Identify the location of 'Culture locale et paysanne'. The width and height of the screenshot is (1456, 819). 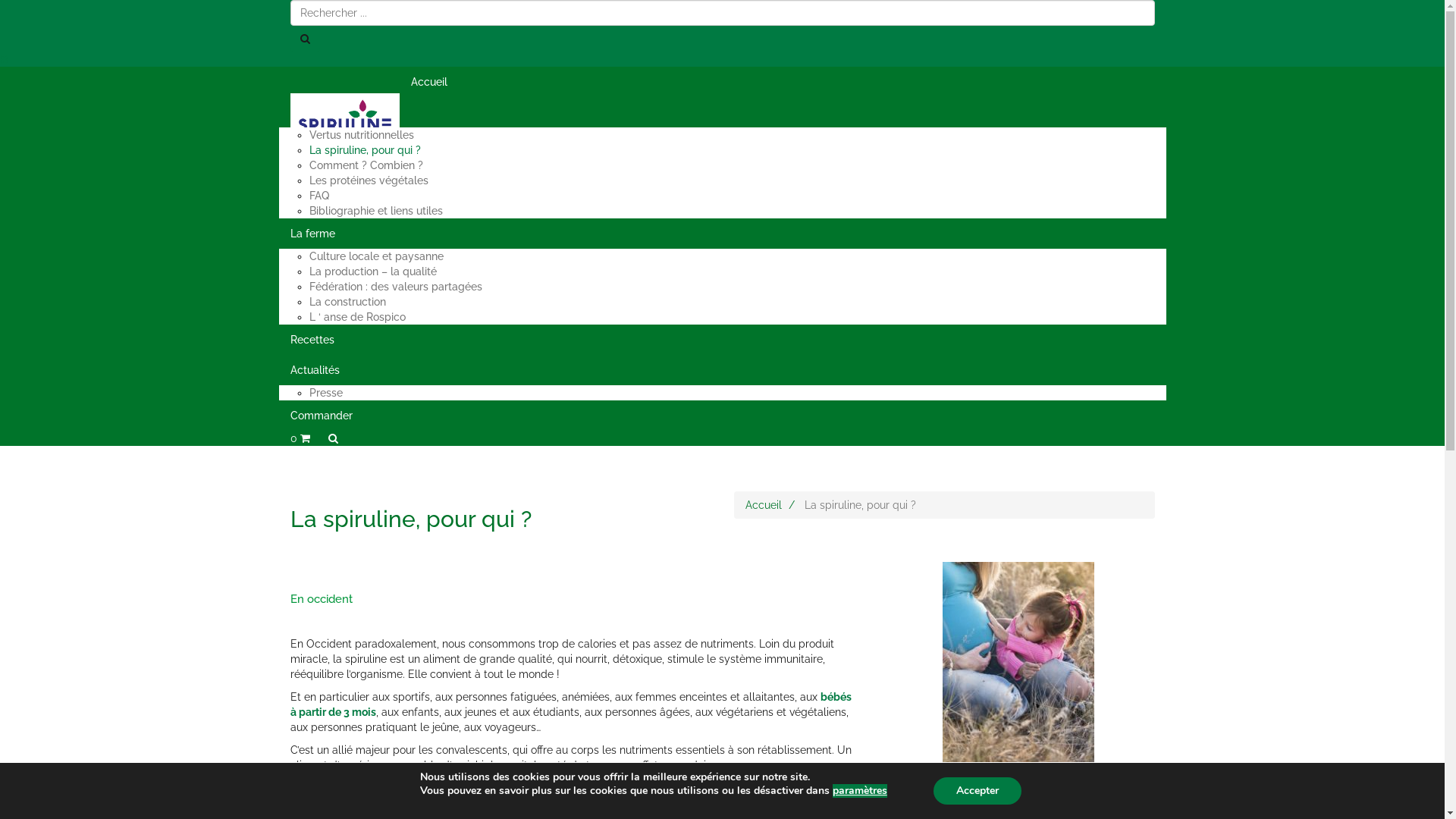
(376, 256).